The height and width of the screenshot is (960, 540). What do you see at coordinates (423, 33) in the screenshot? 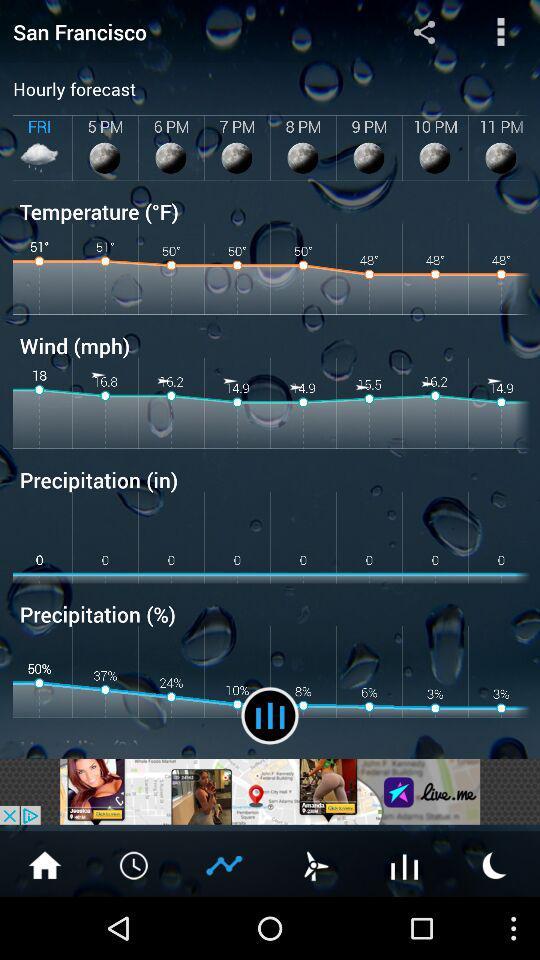
I see `the share icon` at bounding box center [423, 33].